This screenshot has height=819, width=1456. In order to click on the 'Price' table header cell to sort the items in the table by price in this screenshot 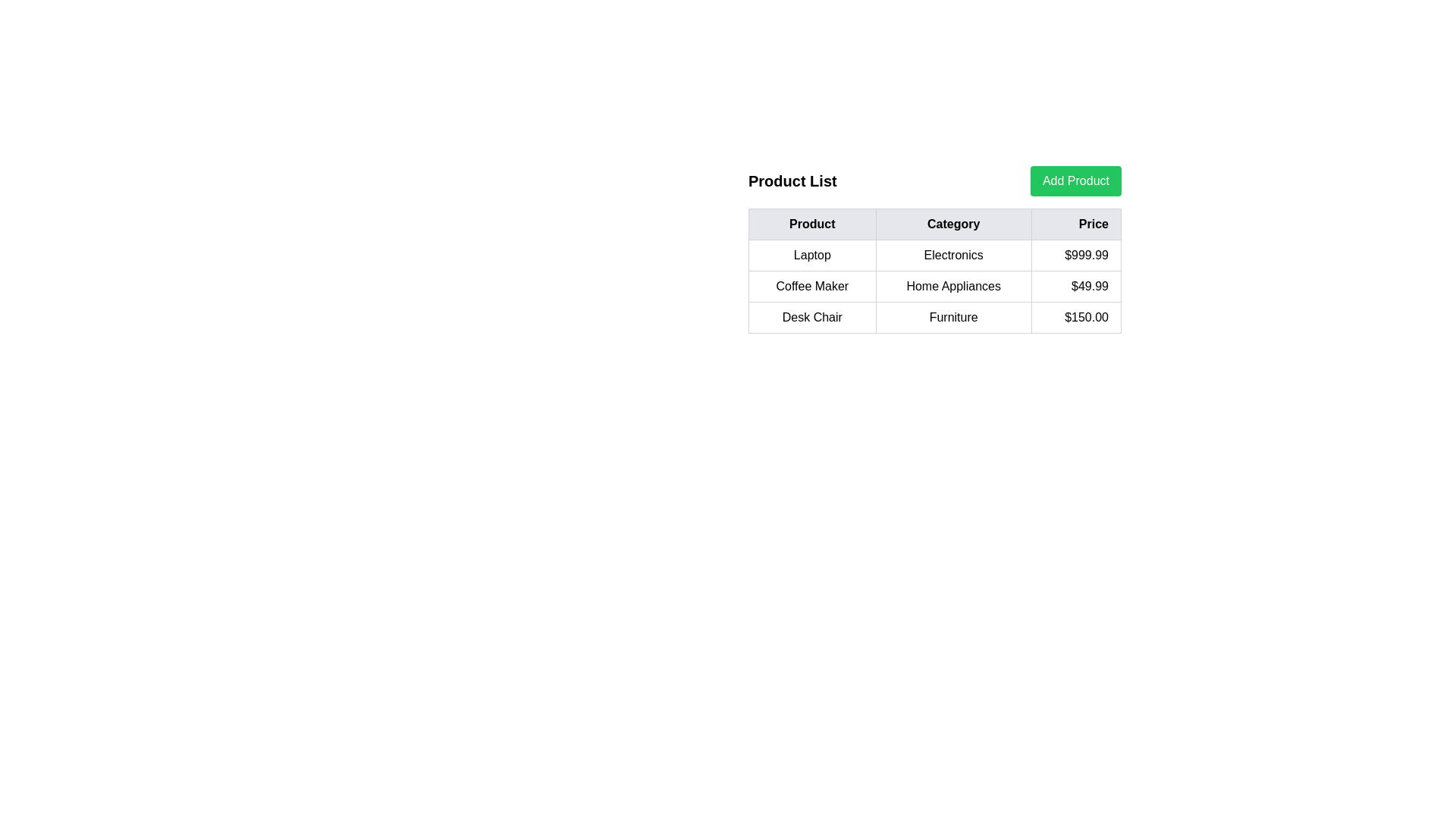, I will do `click(1075, 224)`.